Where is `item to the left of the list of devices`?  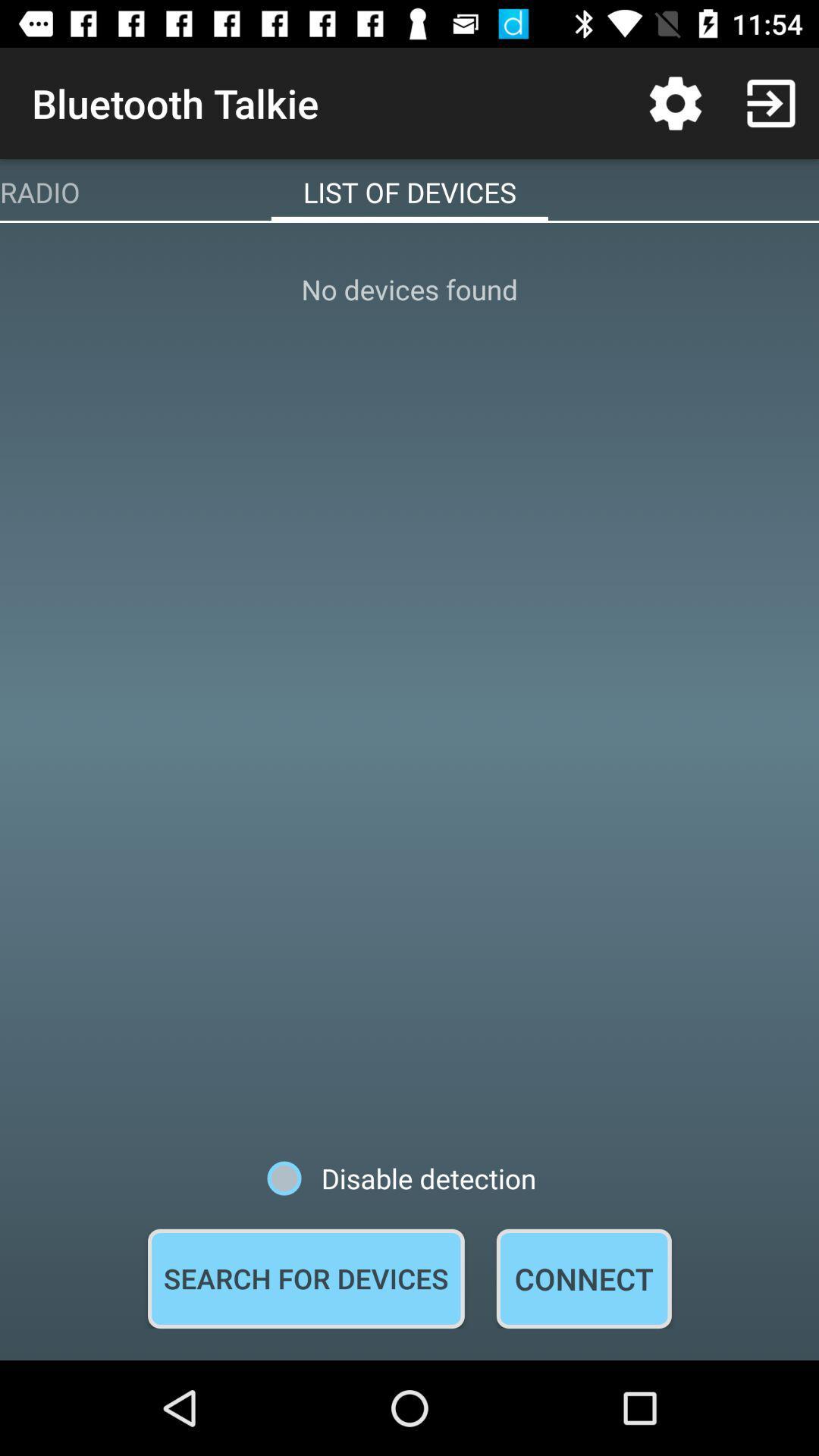 item to the left of the list of devices is located at coordinates (39, 191).